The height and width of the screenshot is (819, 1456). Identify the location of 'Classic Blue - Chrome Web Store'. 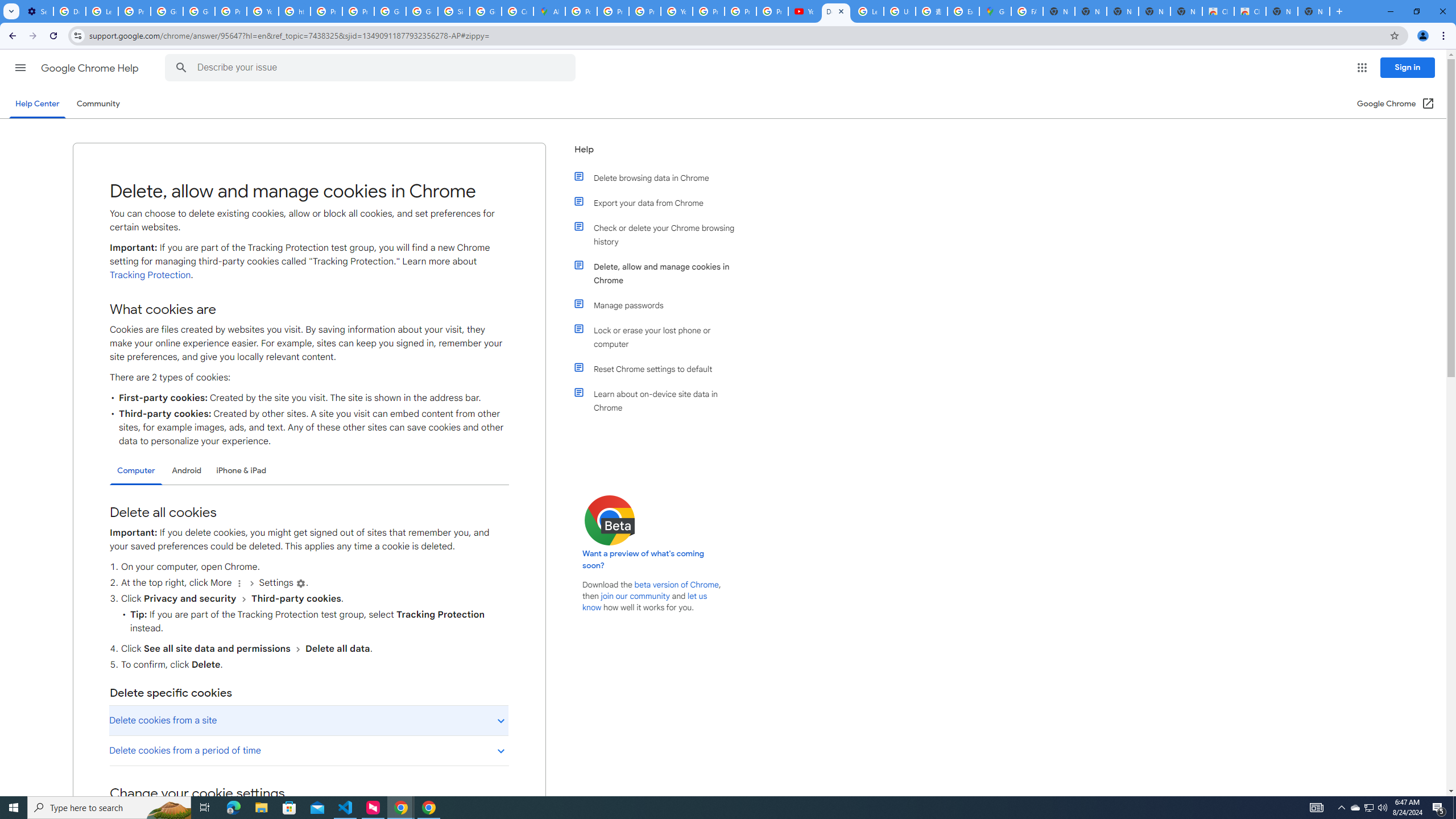
(1217, 11).